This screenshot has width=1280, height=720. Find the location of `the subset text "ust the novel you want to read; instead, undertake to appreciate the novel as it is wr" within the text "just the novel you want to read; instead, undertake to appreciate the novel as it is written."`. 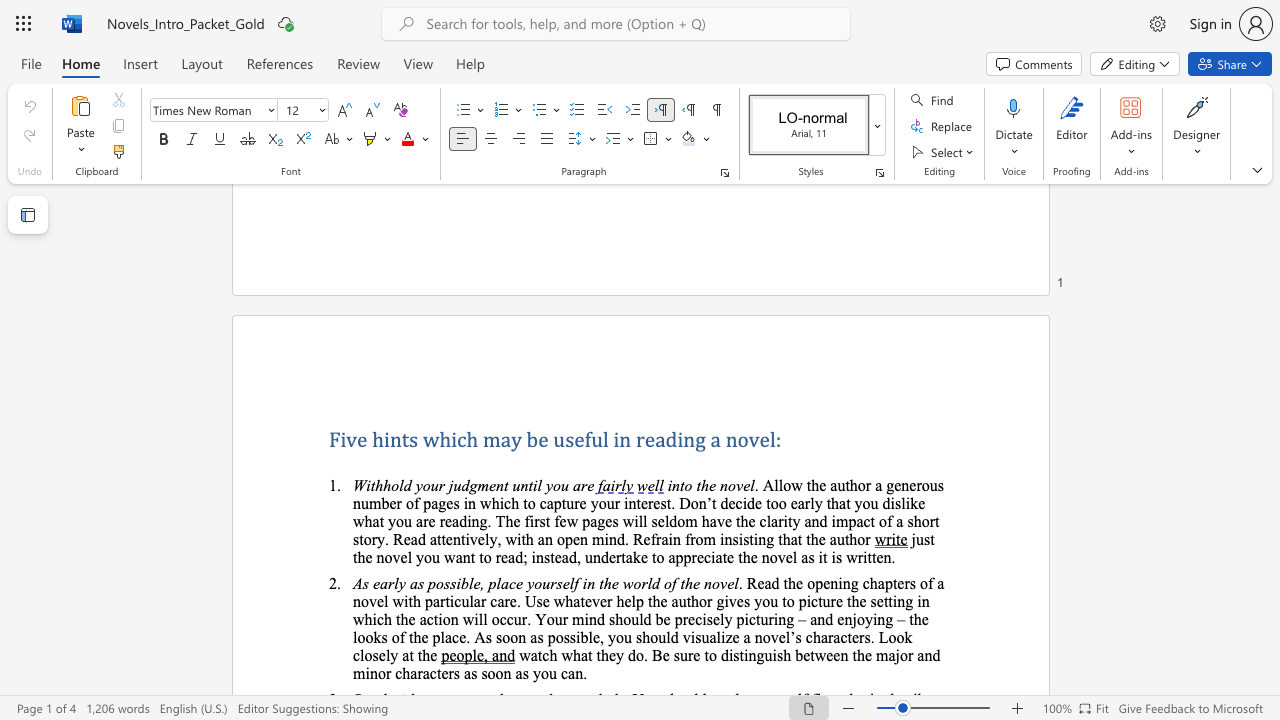

the subset text "ust the novel you want to read; instead, undertake to appreciate the novel as it is wr" within the text "just the novel you want to read; instead, undertake to appreciate the novel as it is written." is located at coordinates (914, 538).